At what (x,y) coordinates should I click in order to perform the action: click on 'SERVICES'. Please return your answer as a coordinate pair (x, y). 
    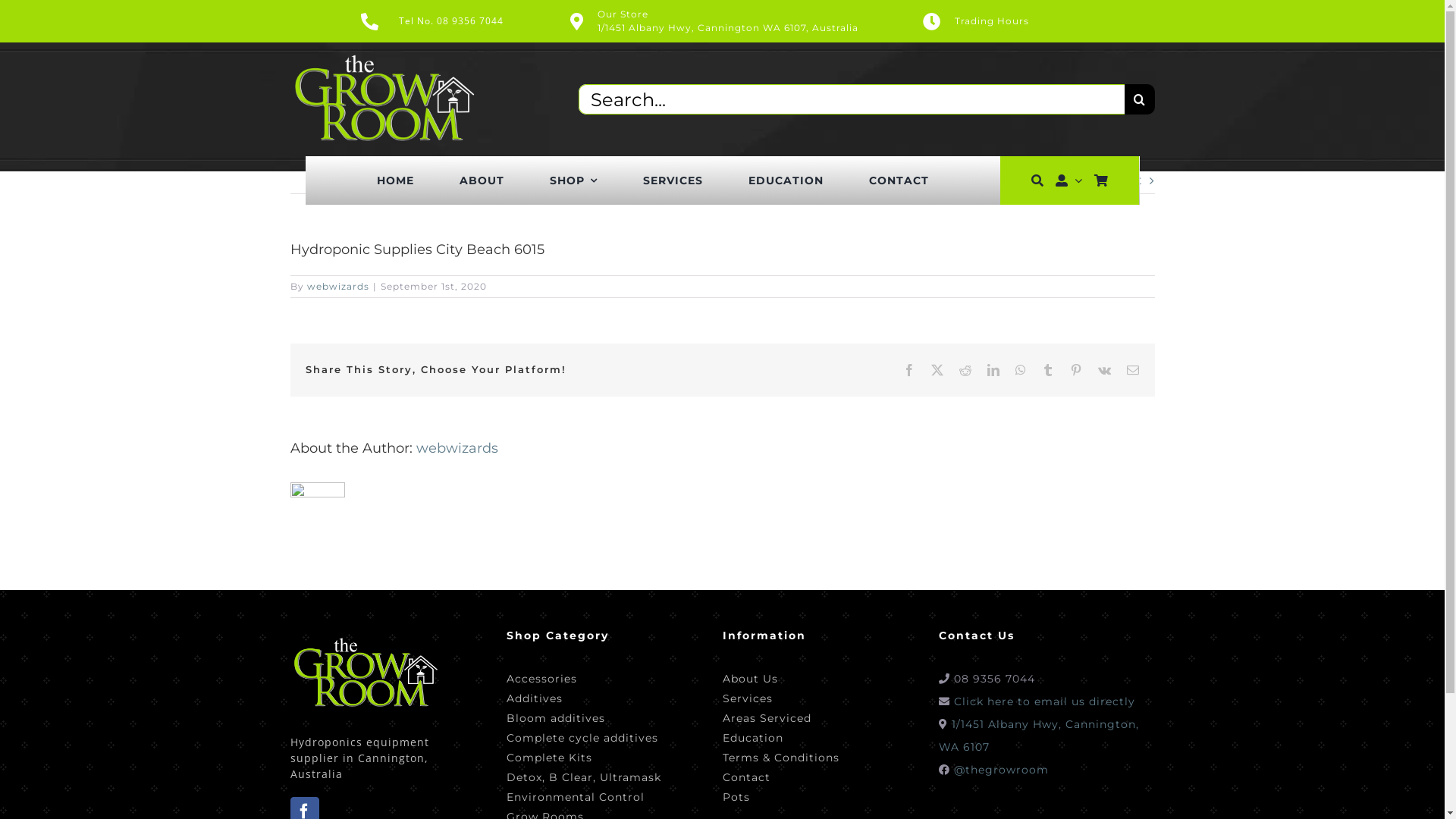
    Looking at the image, I should click on (672, 180).